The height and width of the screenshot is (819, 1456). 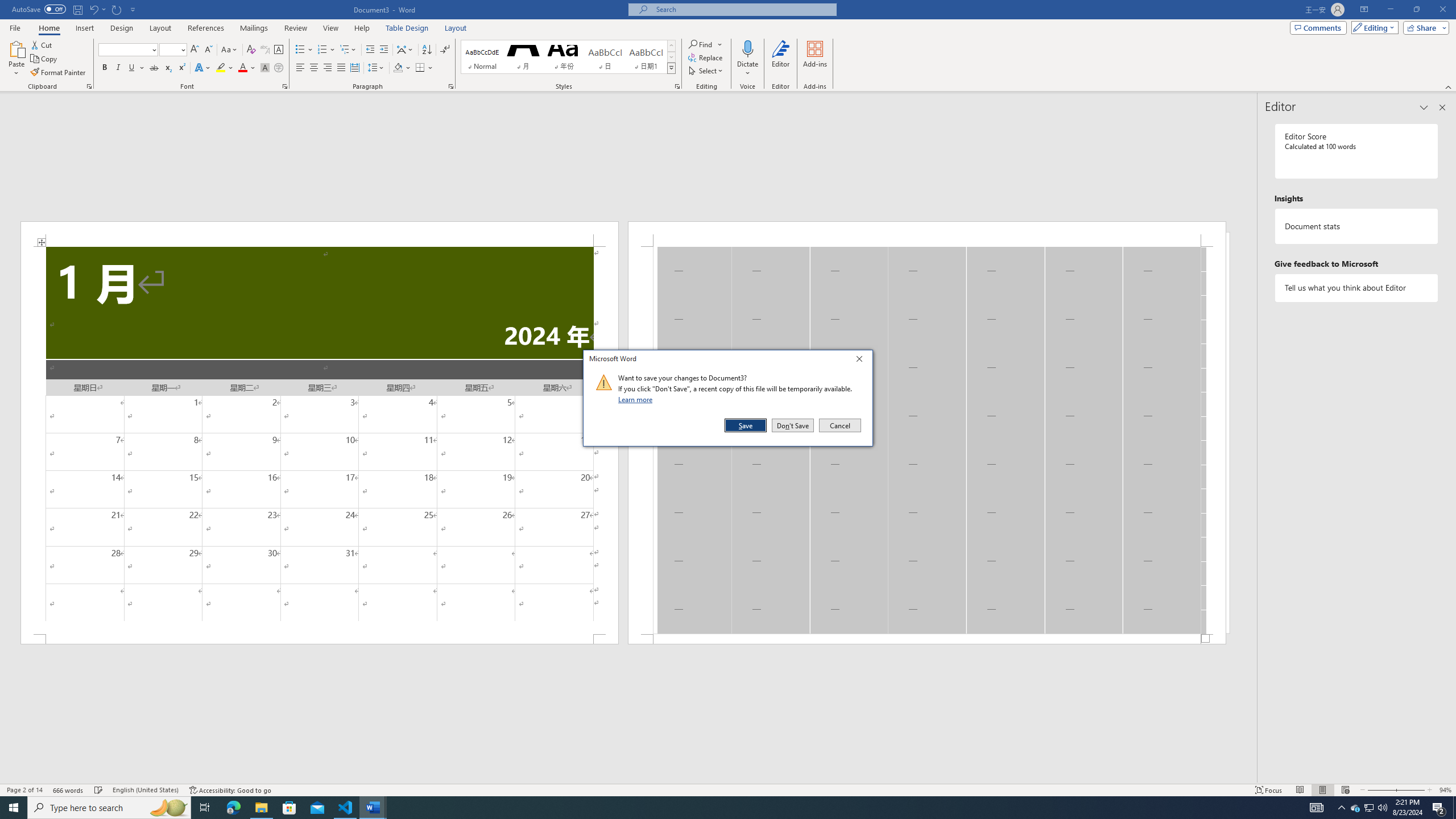 What do you see at coordinates (1410, 790) in the screenshot?
I see `'Zoom In'` at bounding box center [1410, 790].